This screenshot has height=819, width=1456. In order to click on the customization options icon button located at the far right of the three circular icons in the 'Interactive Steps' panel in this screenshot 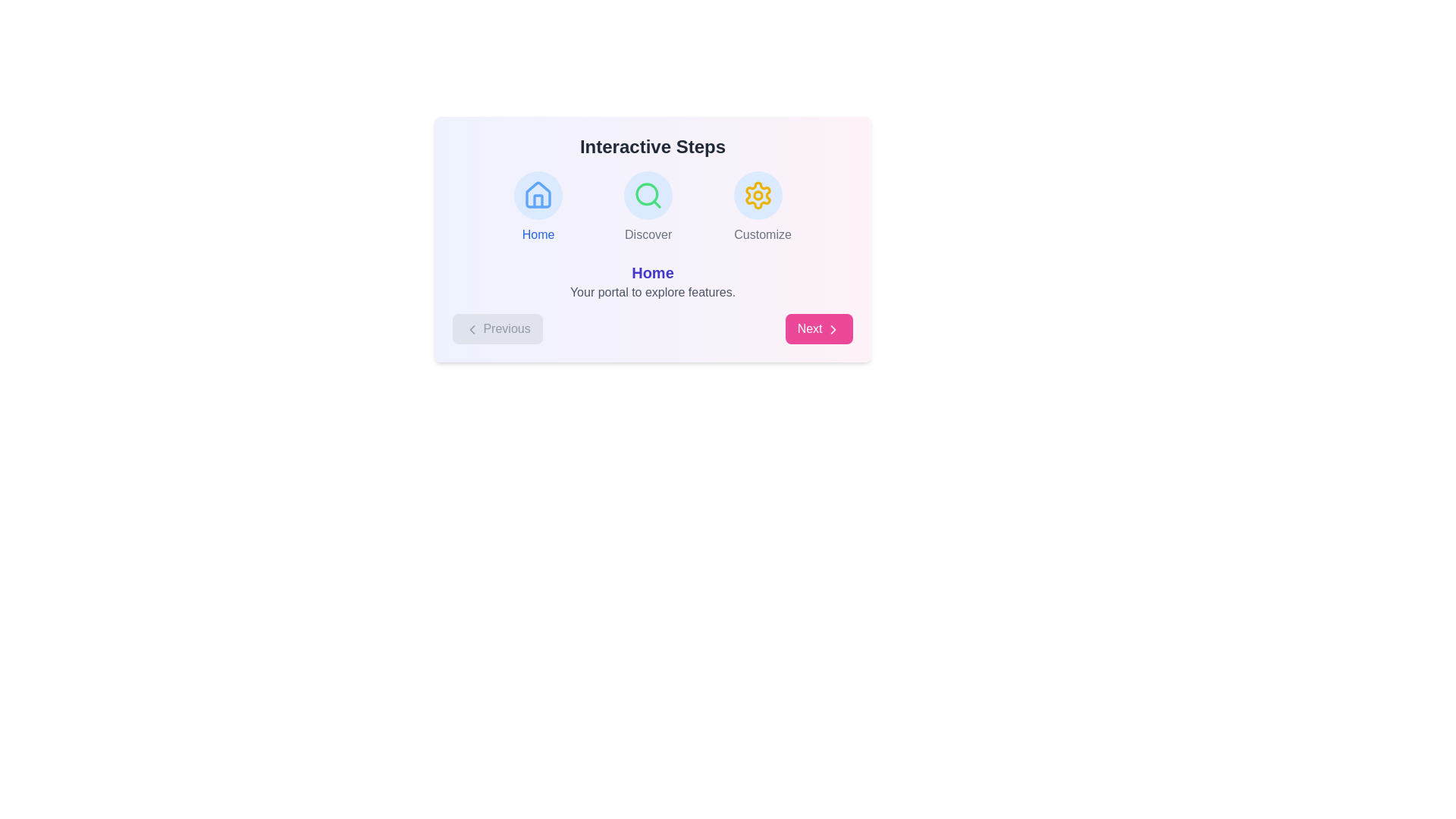, I will do `click(758, 195)`.